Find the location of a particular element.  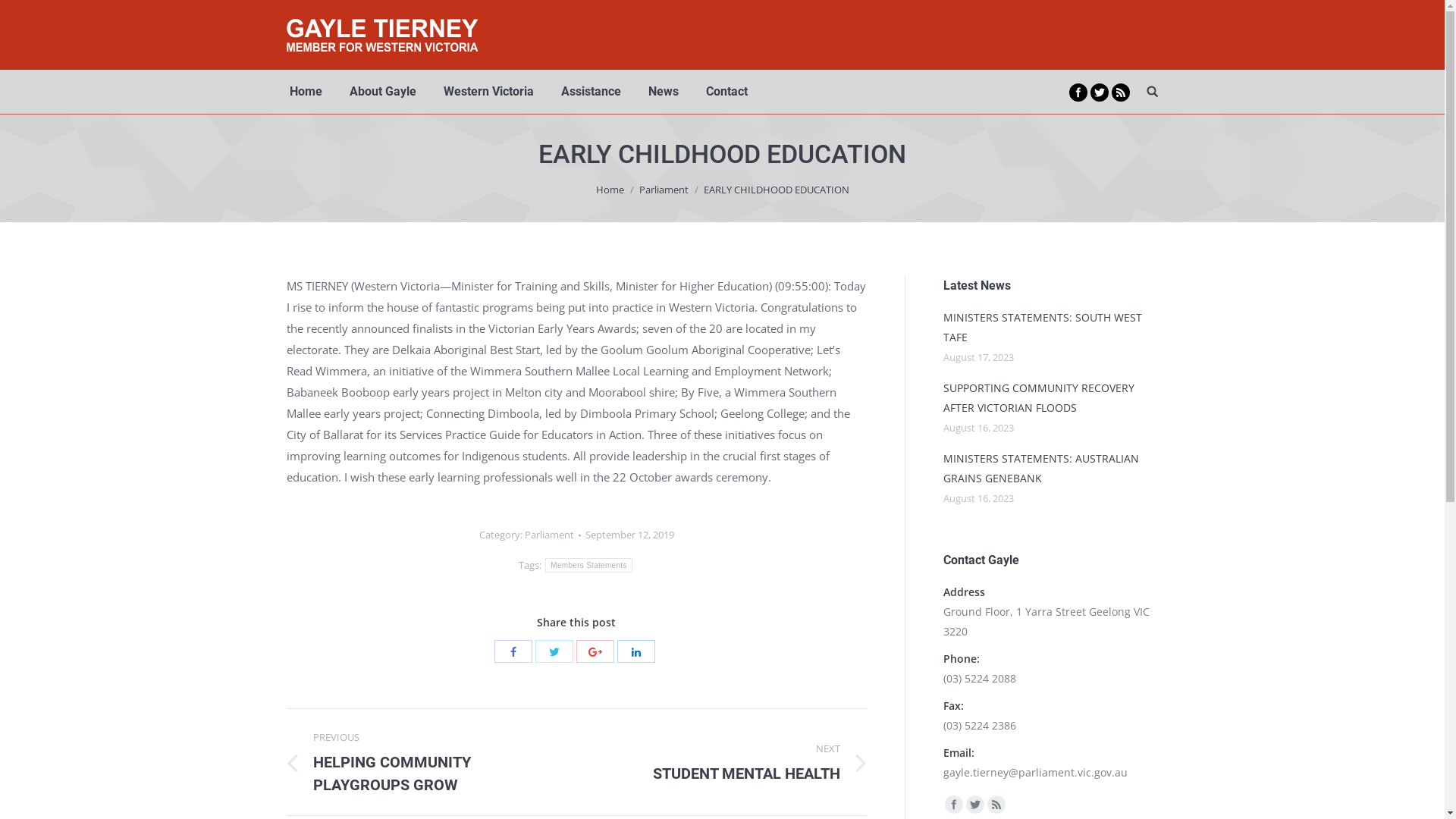

'Facebook' is located at coordinates (952, 803).